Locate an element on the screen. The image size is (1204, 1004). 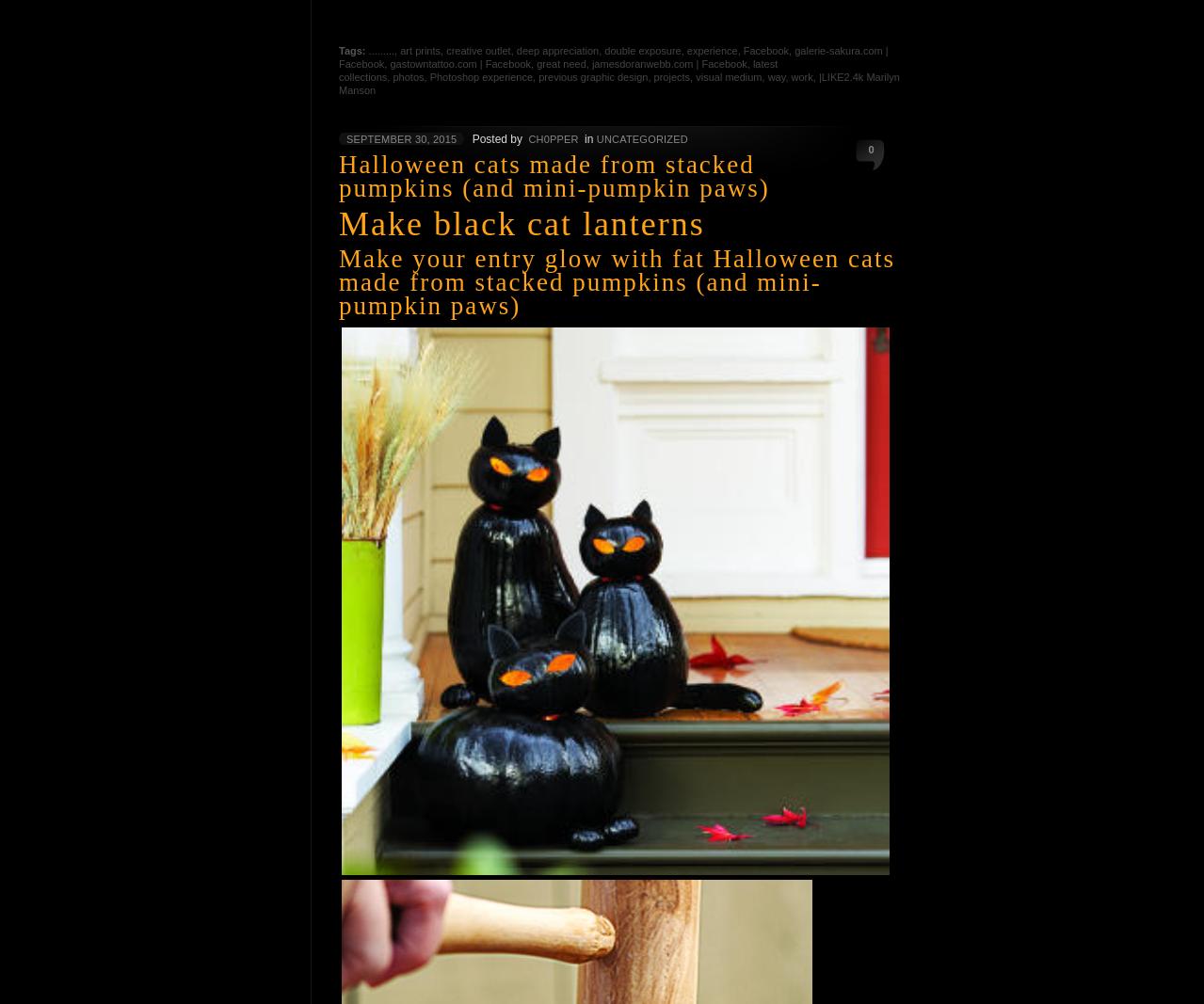
'jamesdoranwebb.com | Facebook' is located at coordinates (667, 62).